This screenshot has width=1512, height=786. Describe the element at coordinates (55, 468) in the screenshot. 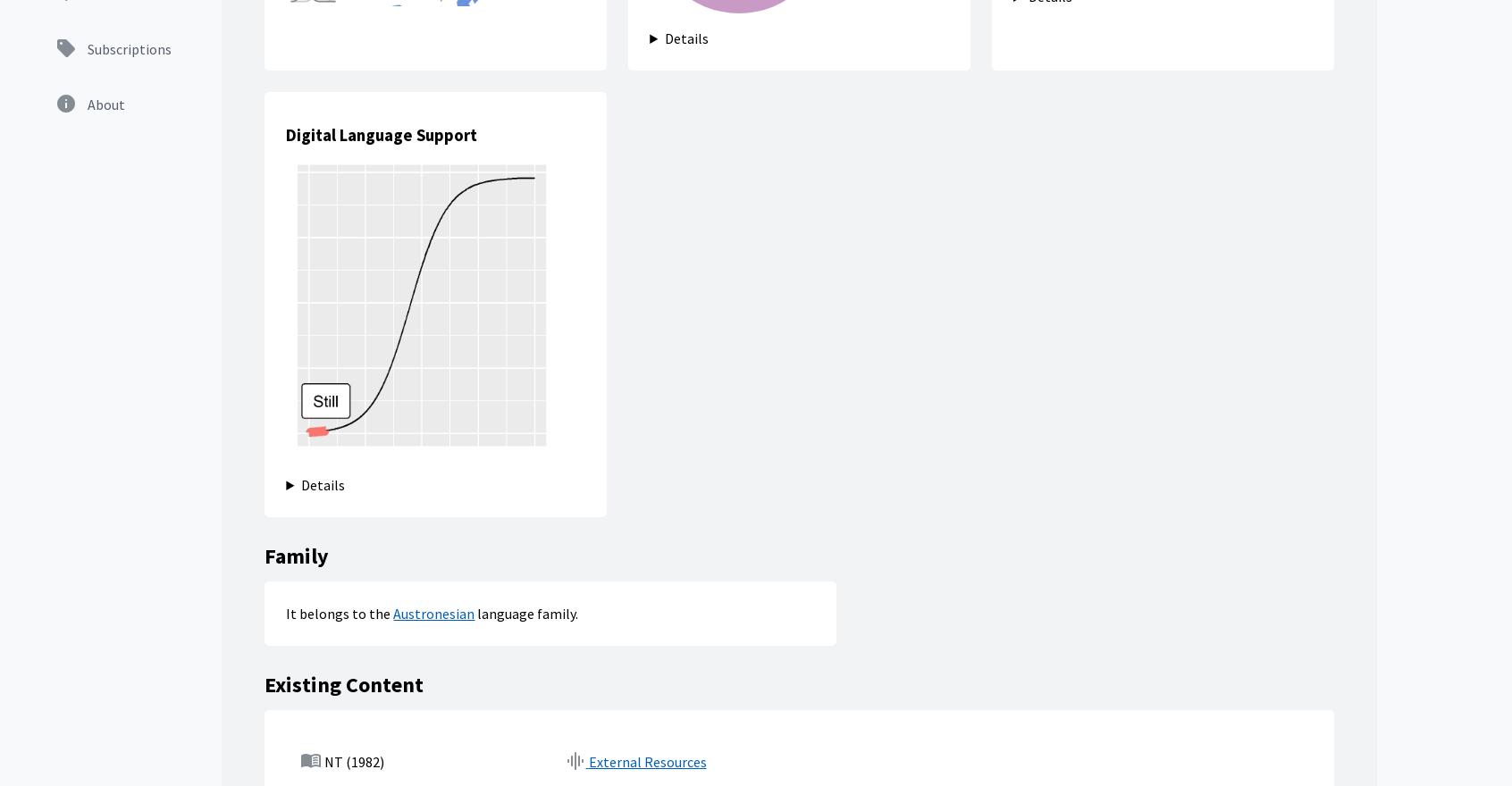

I see `'The most authoritative source on the languages of the world.'` at that location.